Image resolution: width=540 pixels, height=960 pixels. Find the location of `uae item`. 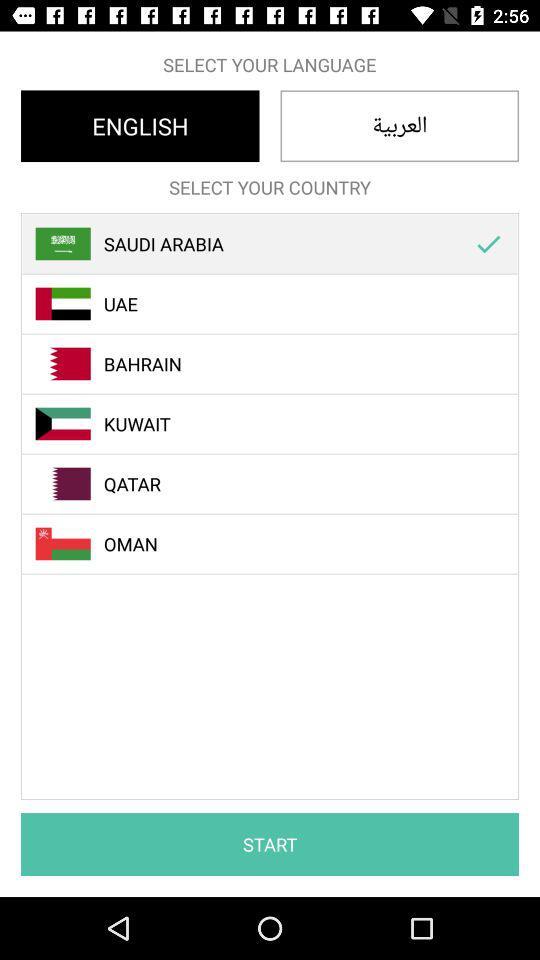

uae item is located at coordinates (280, 304).